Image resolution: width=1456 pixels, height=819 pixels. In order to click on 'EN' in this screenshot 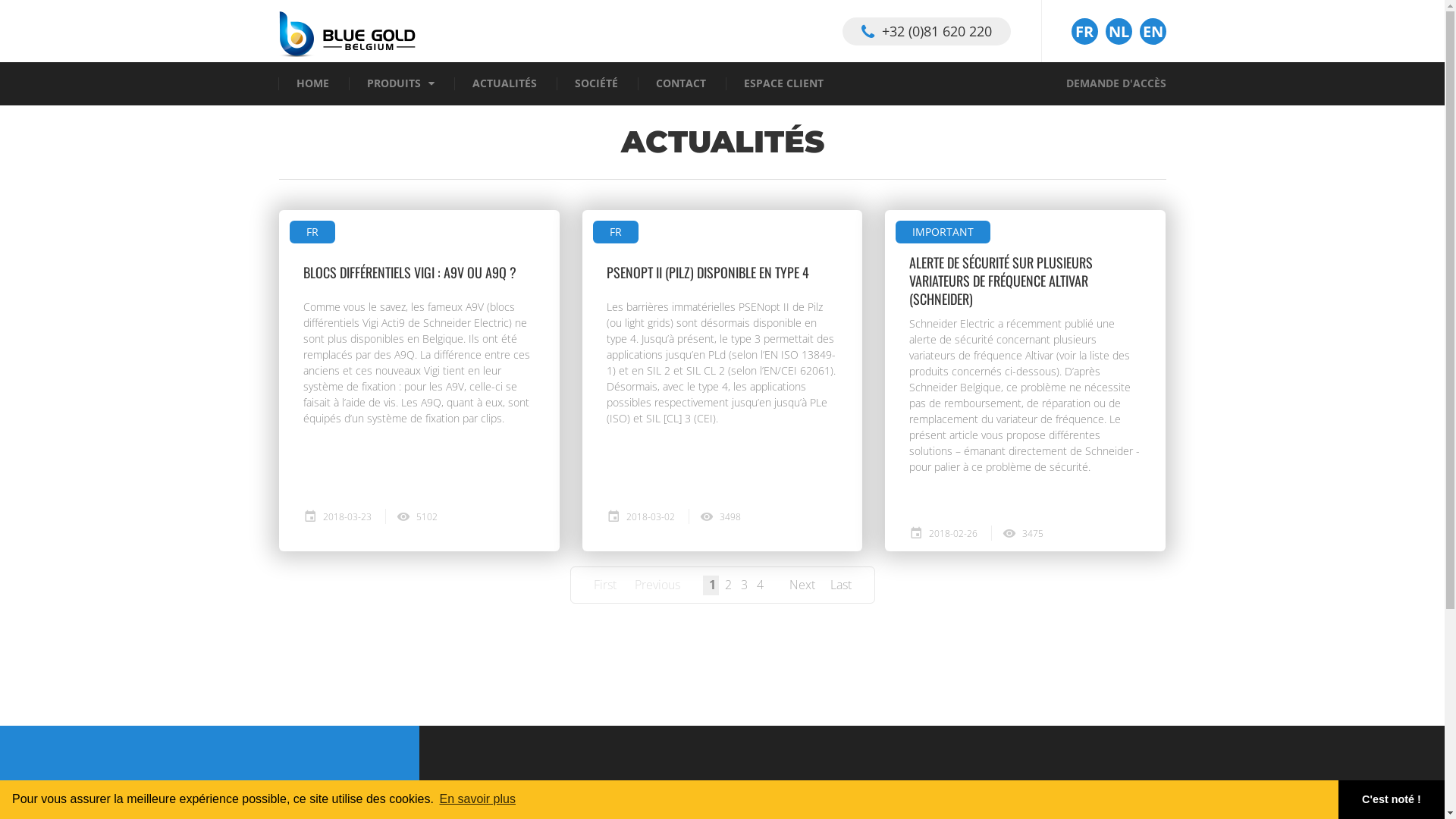, I will do `click(1152, 31)`.